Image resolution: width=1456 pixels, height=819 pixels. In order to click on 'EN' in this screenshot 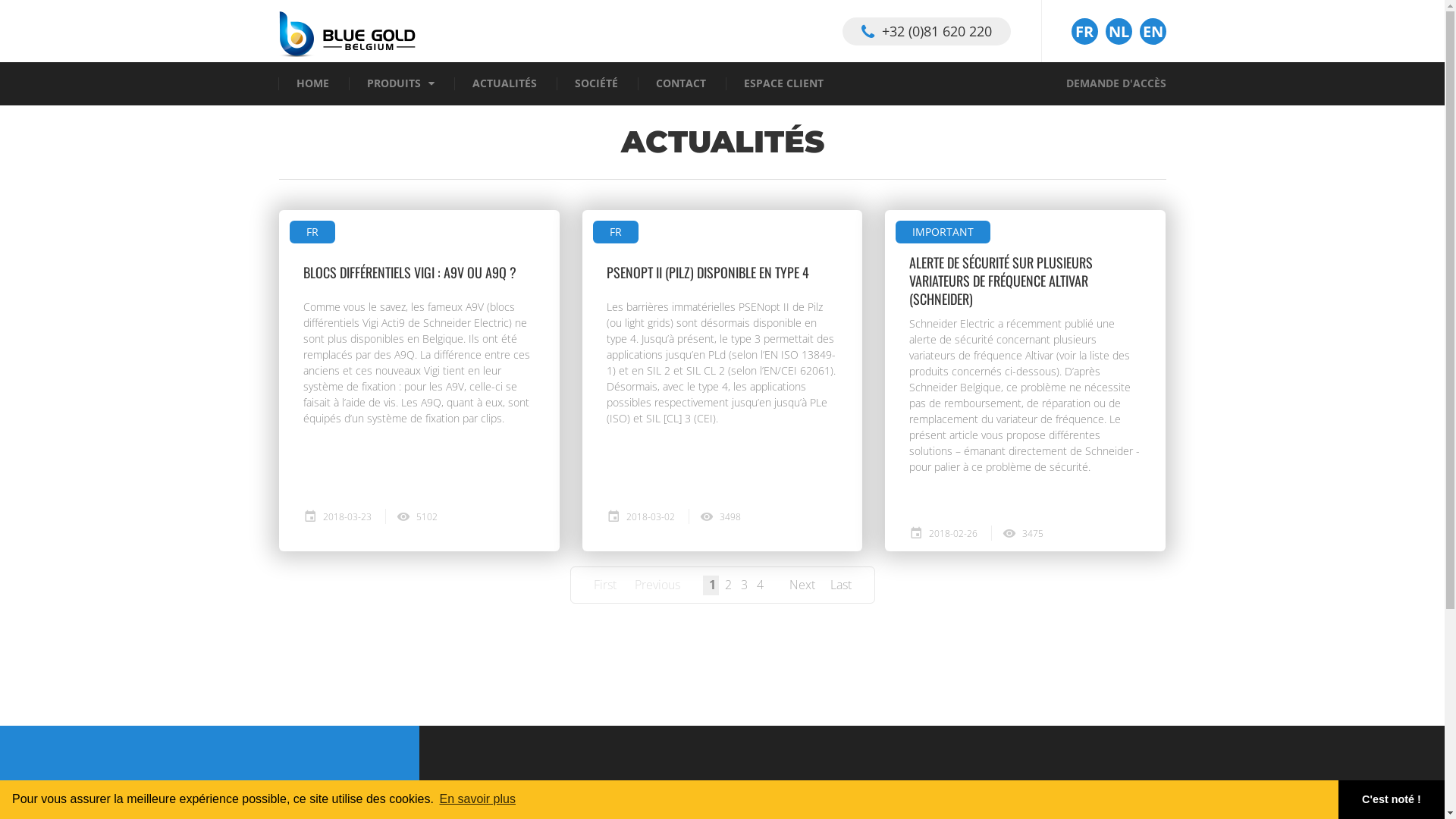, I will do `click(1152, 31)`.